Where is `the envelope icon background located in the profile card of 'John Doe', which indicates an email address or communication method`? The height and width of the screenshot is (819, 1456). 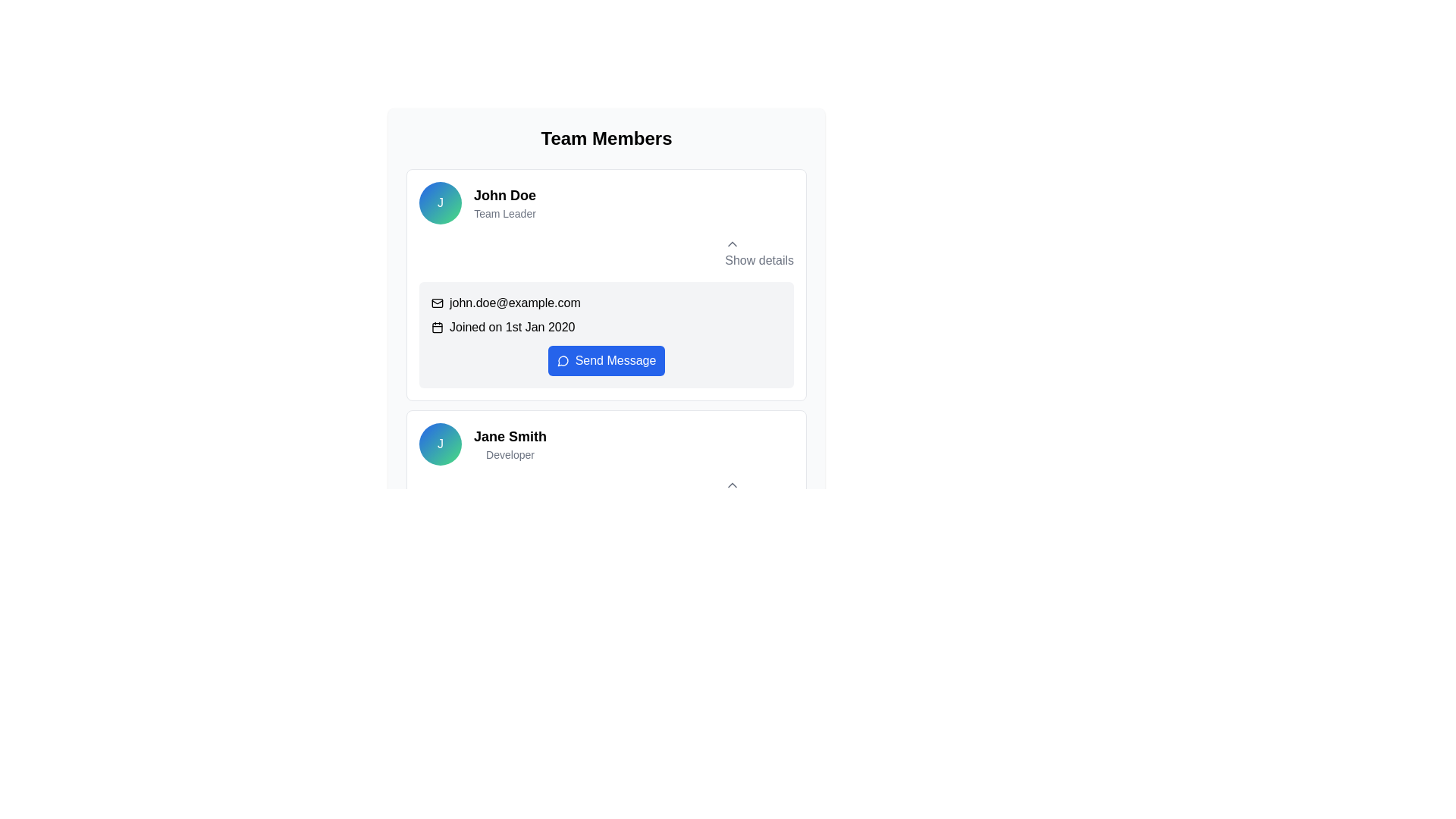
the envelope icon background located in the profile card of 'John Doe', which indicates an email address or communication method is located at coordinates (436, 303).